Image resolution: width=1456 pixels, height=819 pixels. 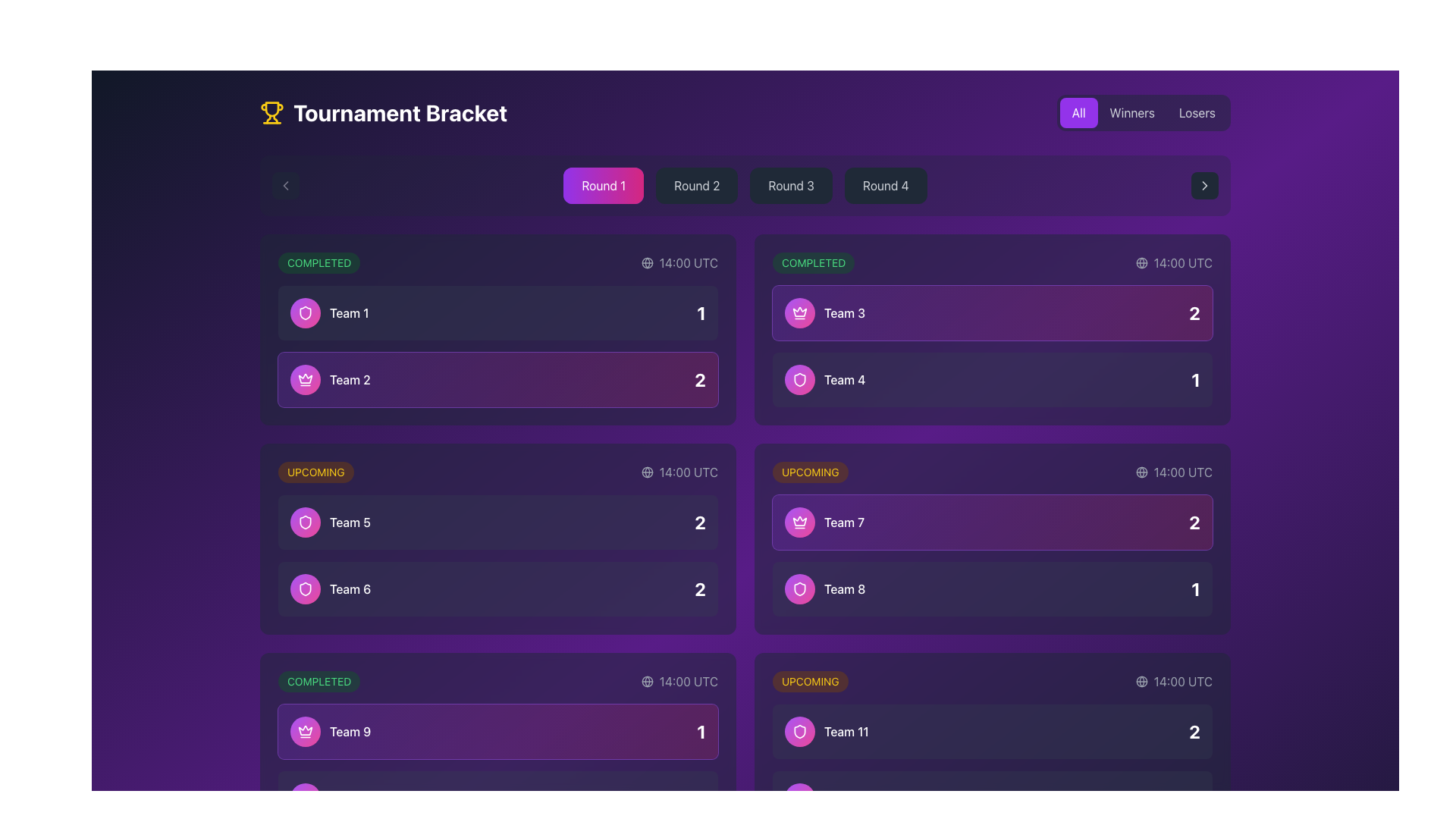 I want to click on the circular gradient icon of the List item labeled 'Team 5', so click(x=330, y=522).